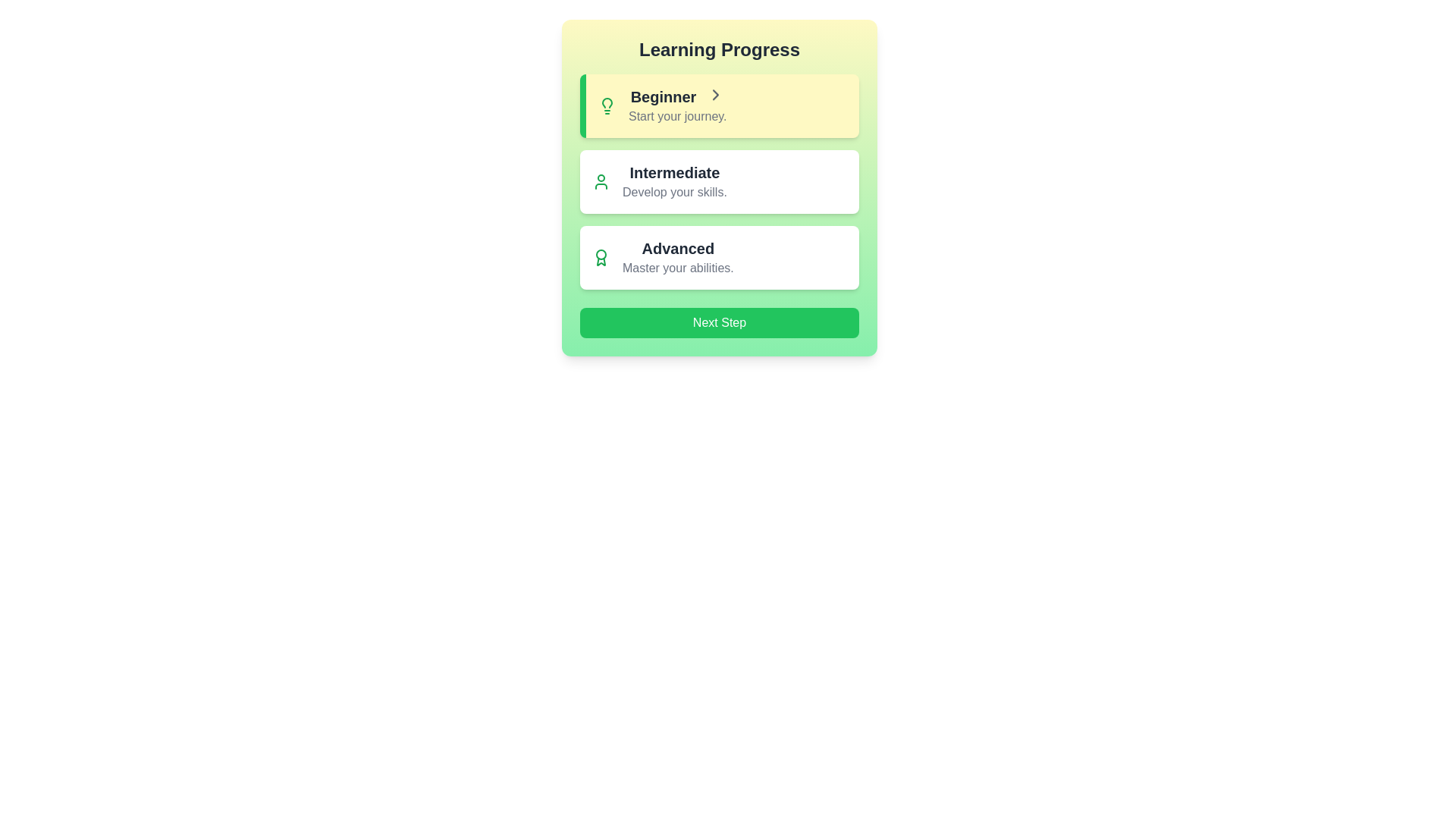 This screenshot has width=1456, height=819. I want to click on the text element that reads 'Start your journey.' styled in subdued gray font, located beneath the bold 'Beginner' text in the 'Learning Progress' card interface, so click(676, 116).